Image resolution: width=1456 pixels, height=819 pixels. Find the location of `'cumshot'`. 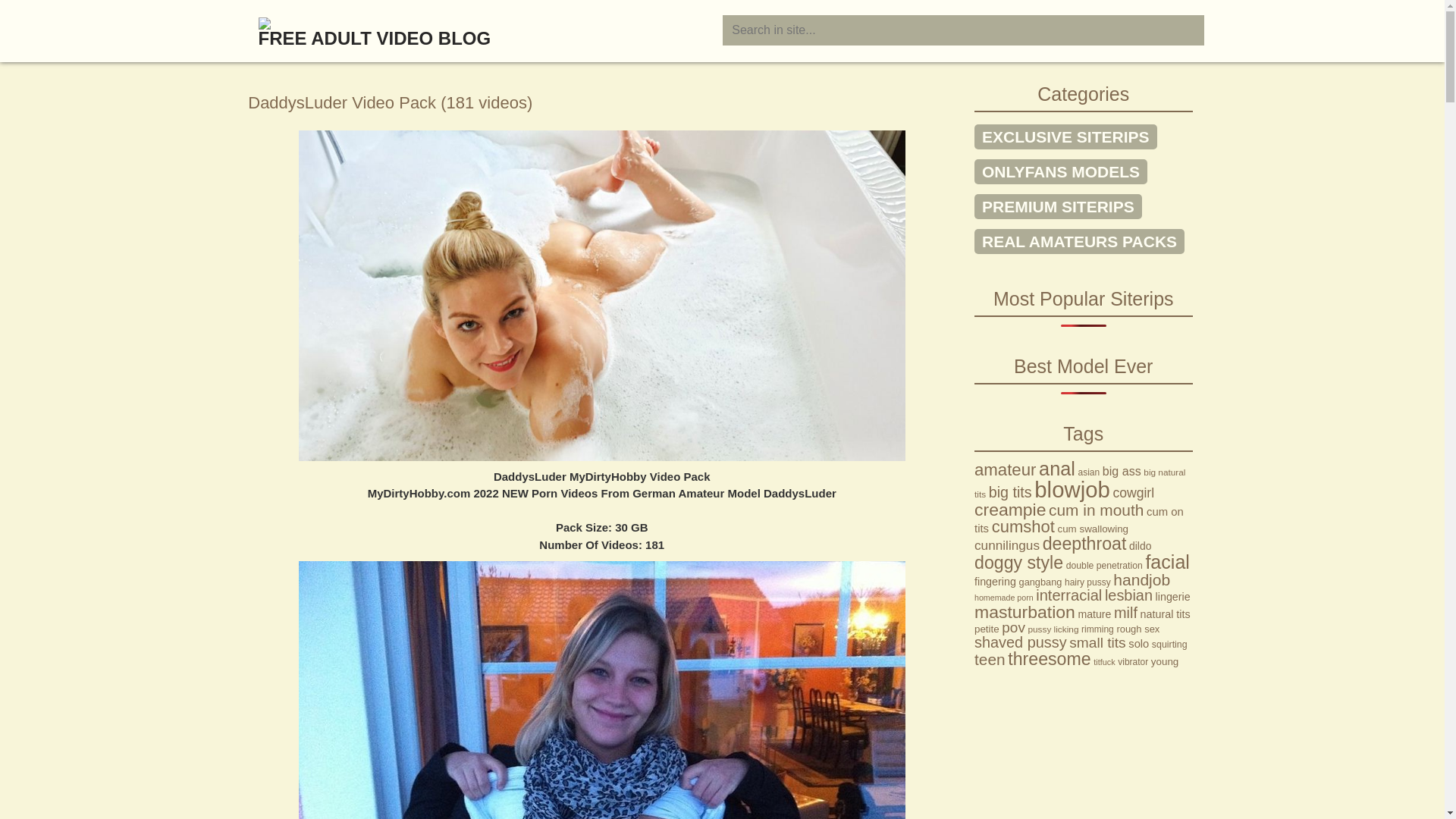

'cumshot' is located at coordinates (1023, 526).